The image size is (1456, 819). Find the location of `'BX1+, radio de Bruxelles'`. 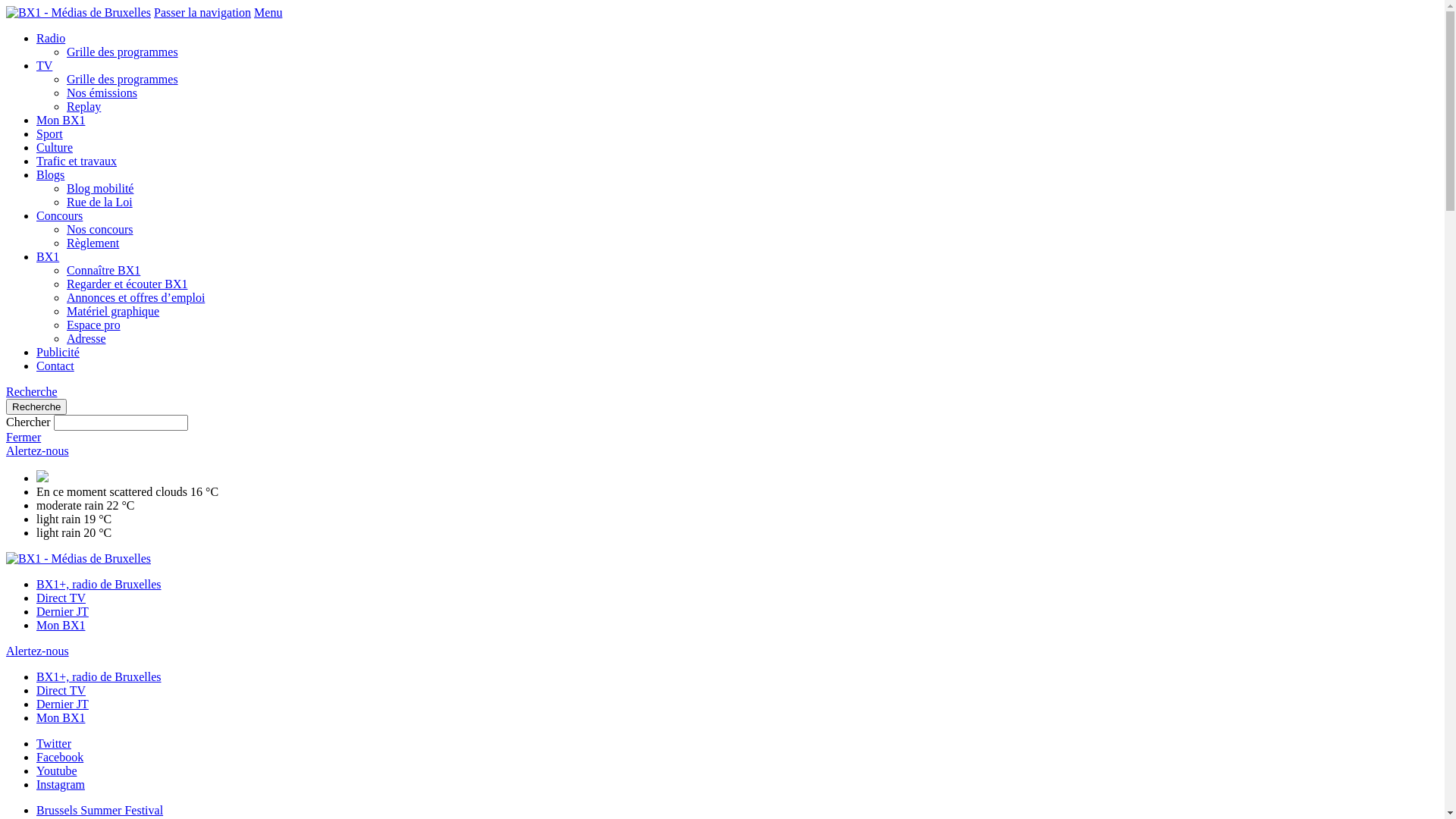

'BX1+, radio de Bruxelles' is located at coordinates (98, 676).